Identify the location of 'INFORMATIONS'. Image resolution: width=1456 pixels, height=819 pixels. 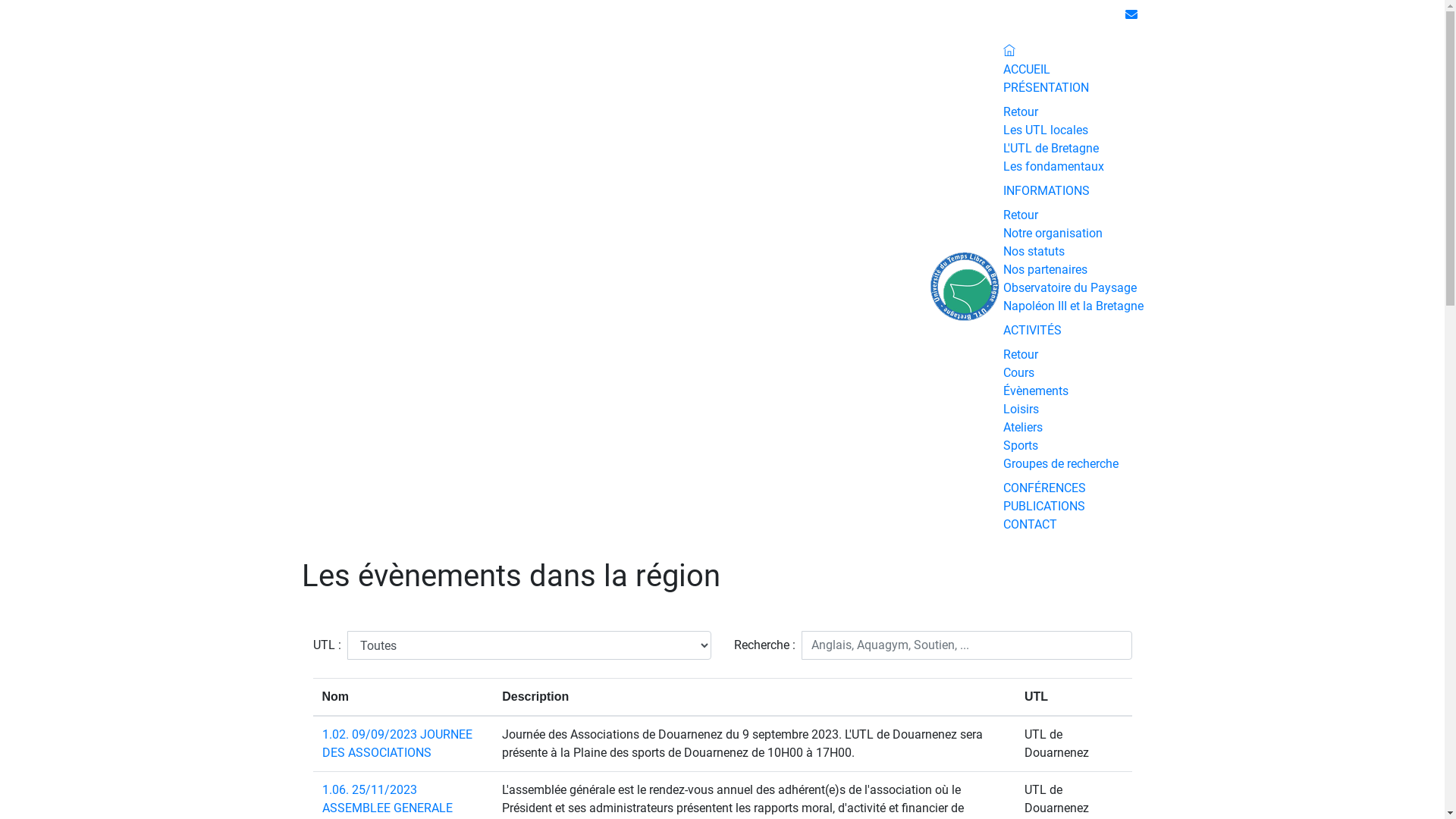
(1044, 190).